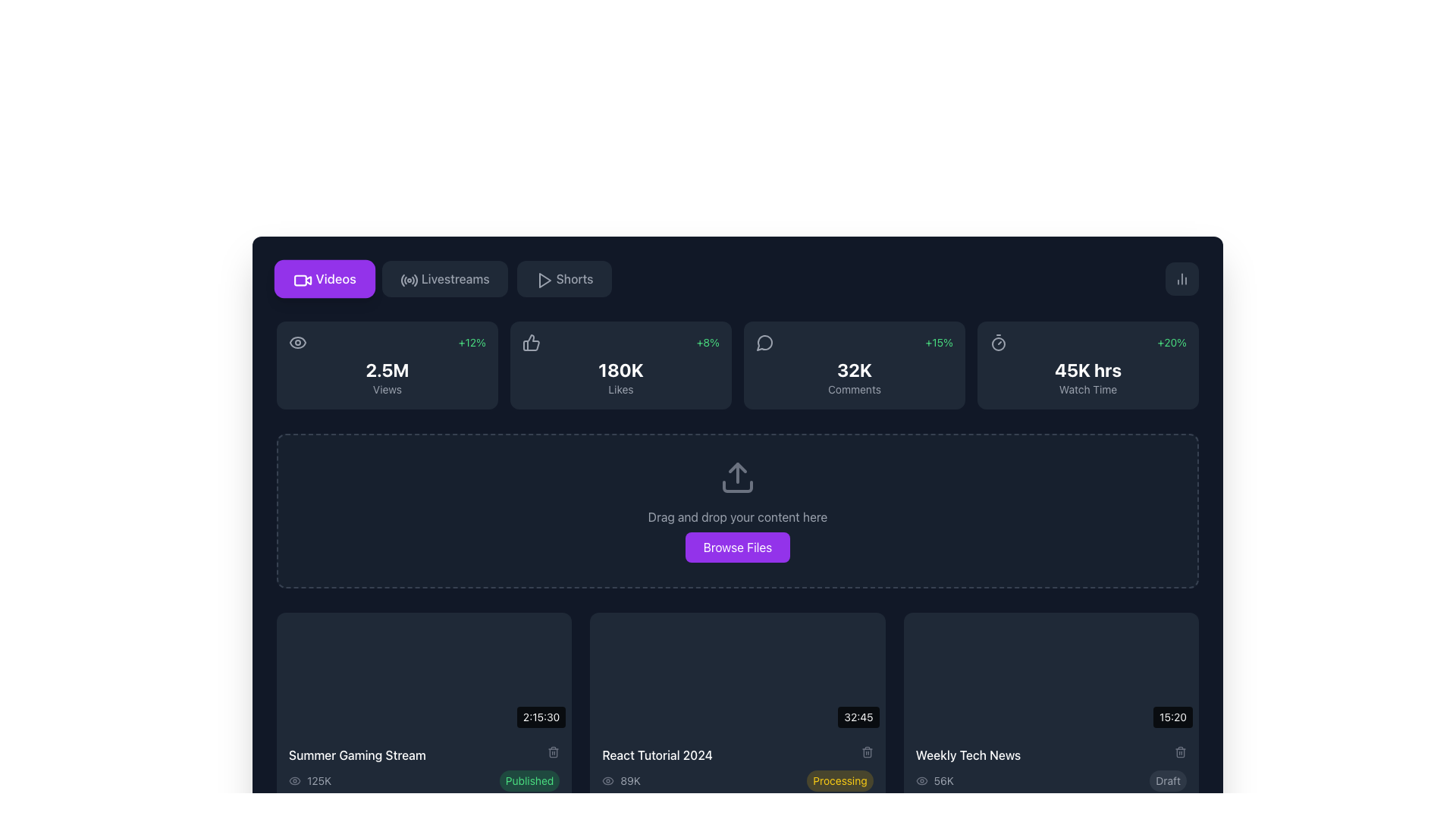  What do you see at coordinates (839, 780) in the screenshot?
I see `the Status badge indicating 'Processing' state at the bottom of the 'React Tutorial 2024' entry card` at bounding box center [839, 780].